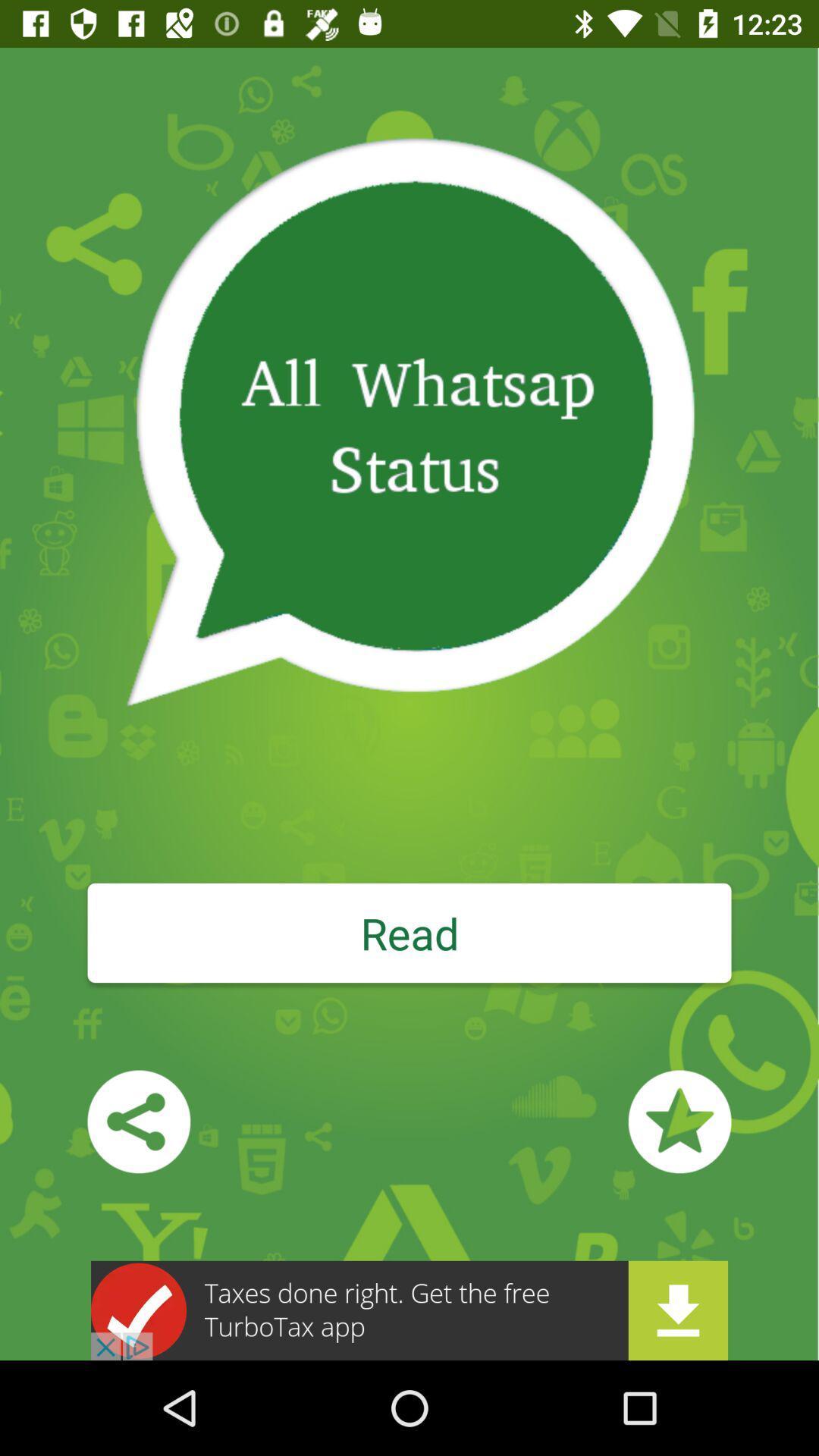 The height and width of the screenshot is (1456, 819). I want to click on opens up advertisement, so click(409, 1310).